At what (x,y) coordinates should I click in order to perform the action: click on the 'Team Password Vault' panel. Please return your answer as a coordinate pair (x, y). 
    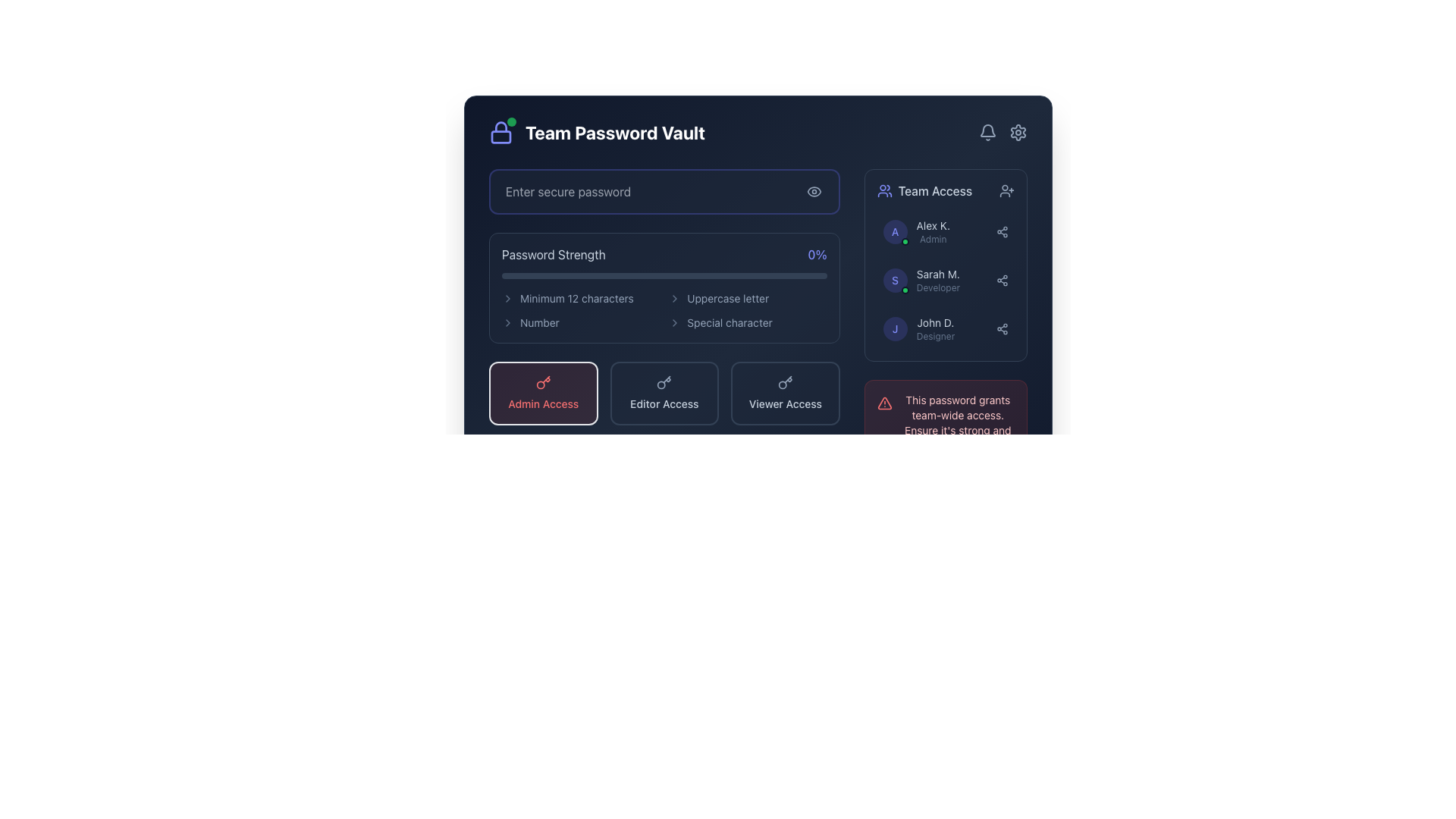
    Looking at the image, I should click on (758, 255).